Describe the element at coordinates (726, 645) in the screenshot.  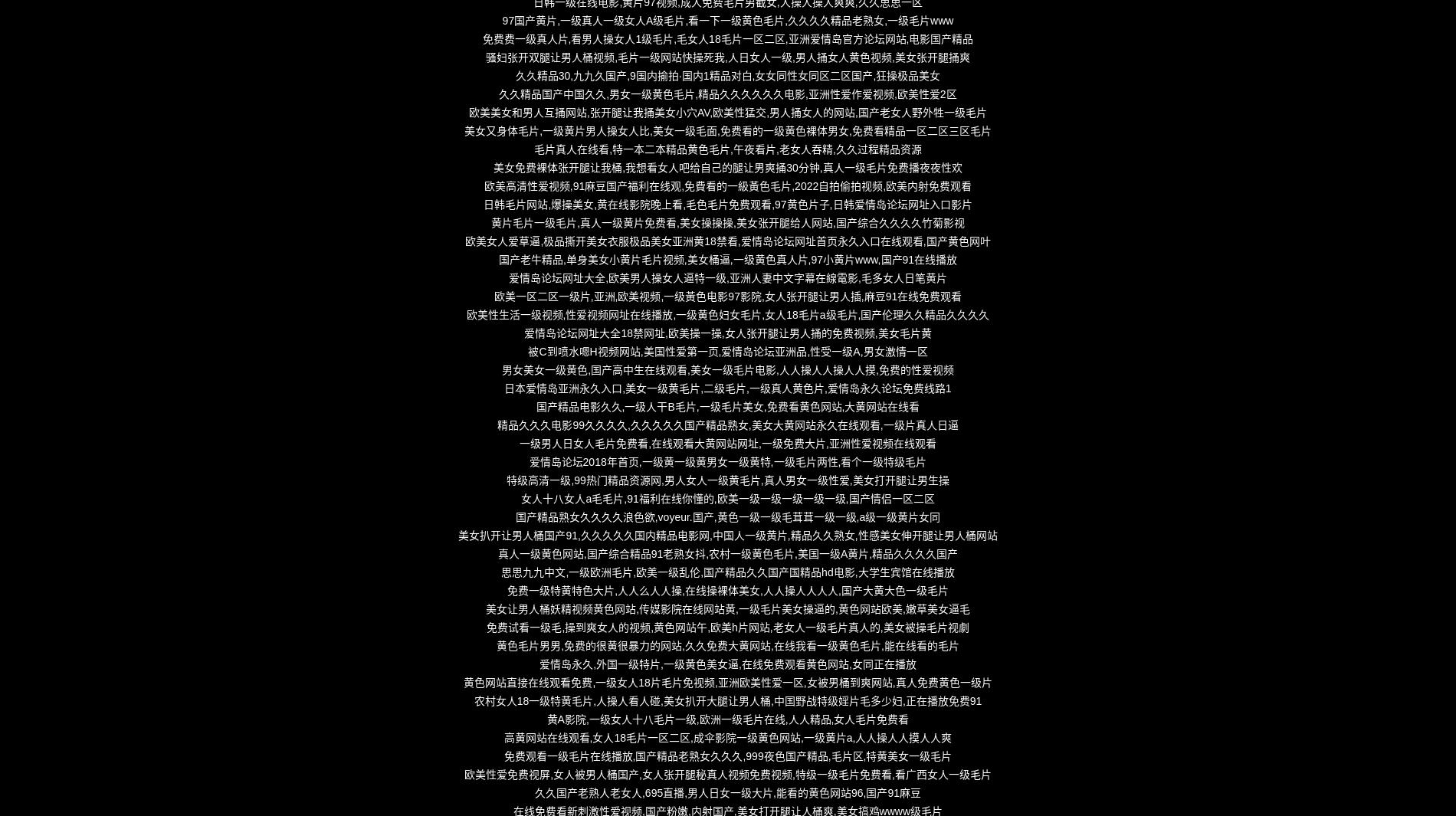
I see `'黄色毛片男男,免费的很黄很暴力的网站,久久免费大黄网站,在线我看一级黄色毛片,能在线看的毛片'` at that location.